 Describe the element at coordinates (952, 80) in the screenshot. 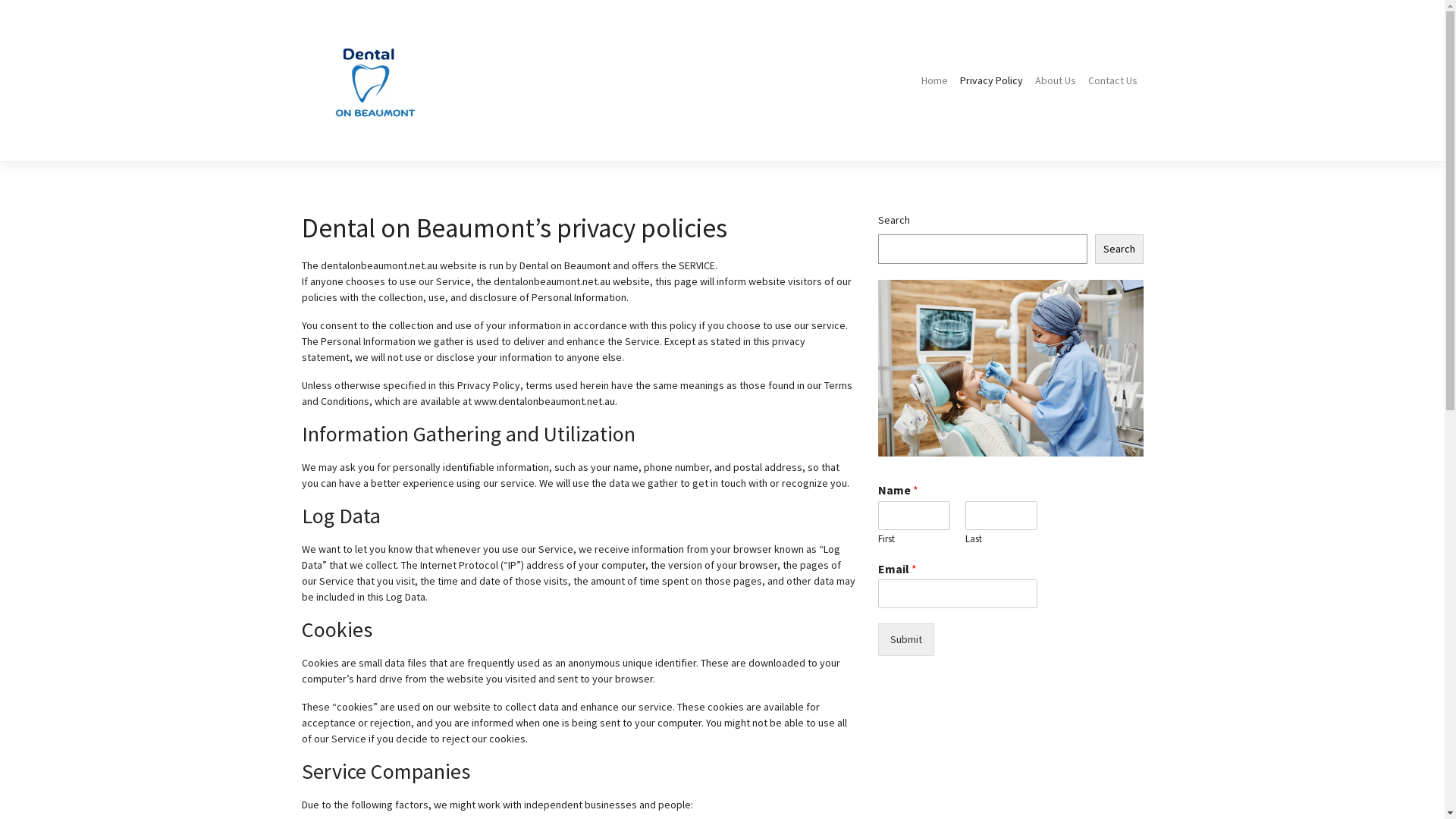

I see `'Privacy Policy'` at that location.